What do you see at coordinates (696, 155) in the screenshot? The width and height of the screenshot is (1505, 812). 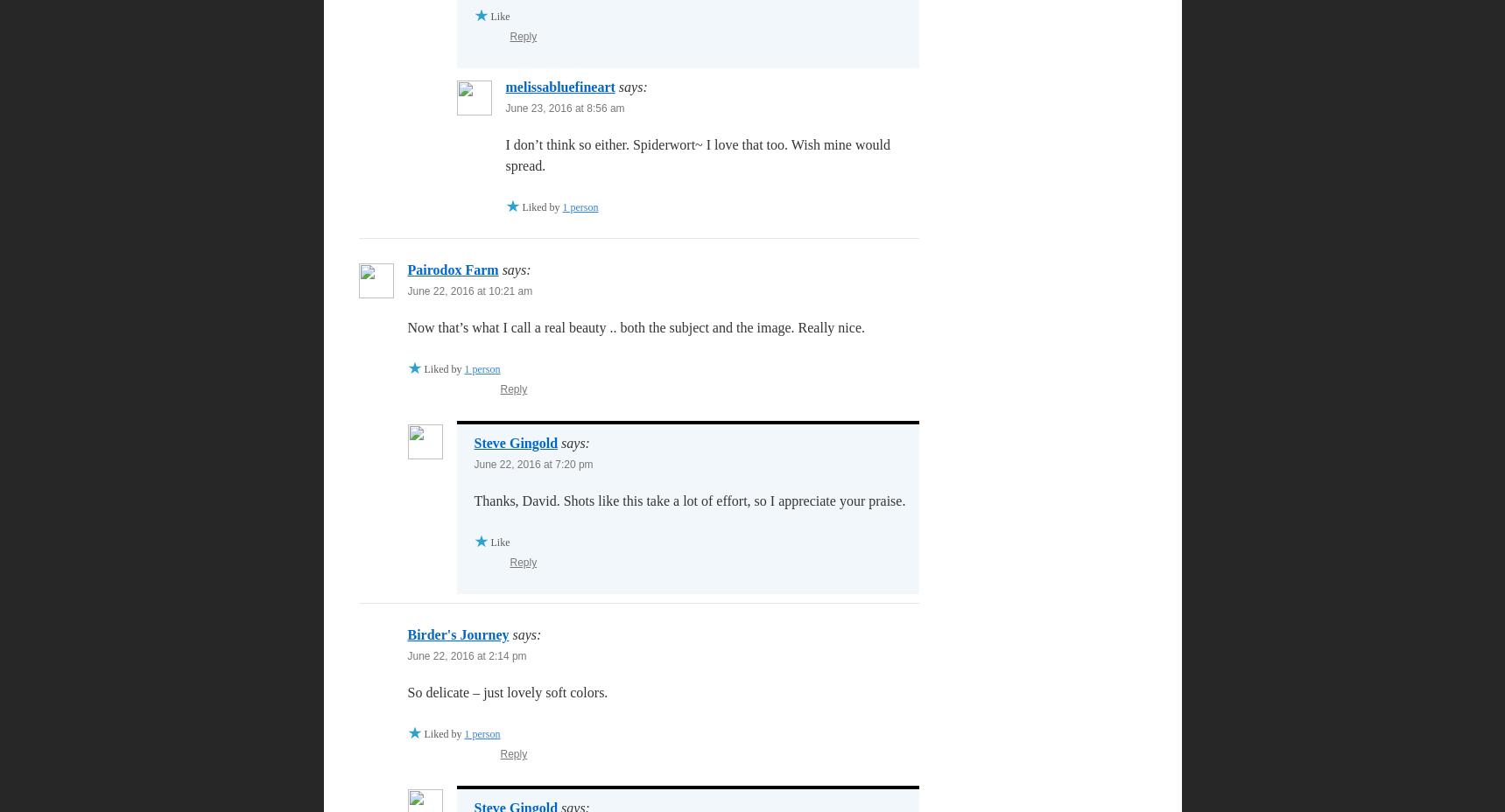 I see `'I don’t think so either. Spiderwort~ I love that too. Wish mine would spread.'` at bounding box center [696, 155].